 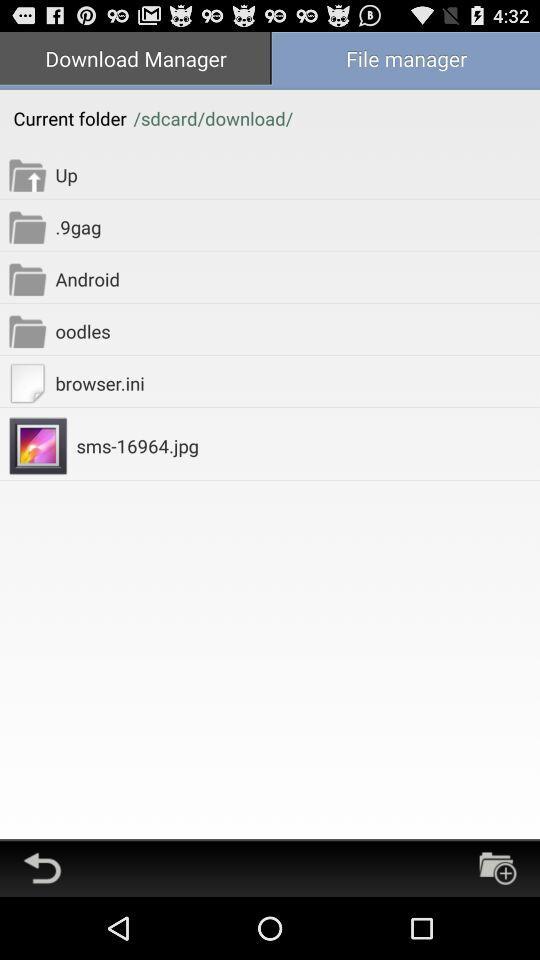 What do you see at coordinates (496, 929) in the screenshot?
I see `the folder icon` at bounding box center [496, 929].